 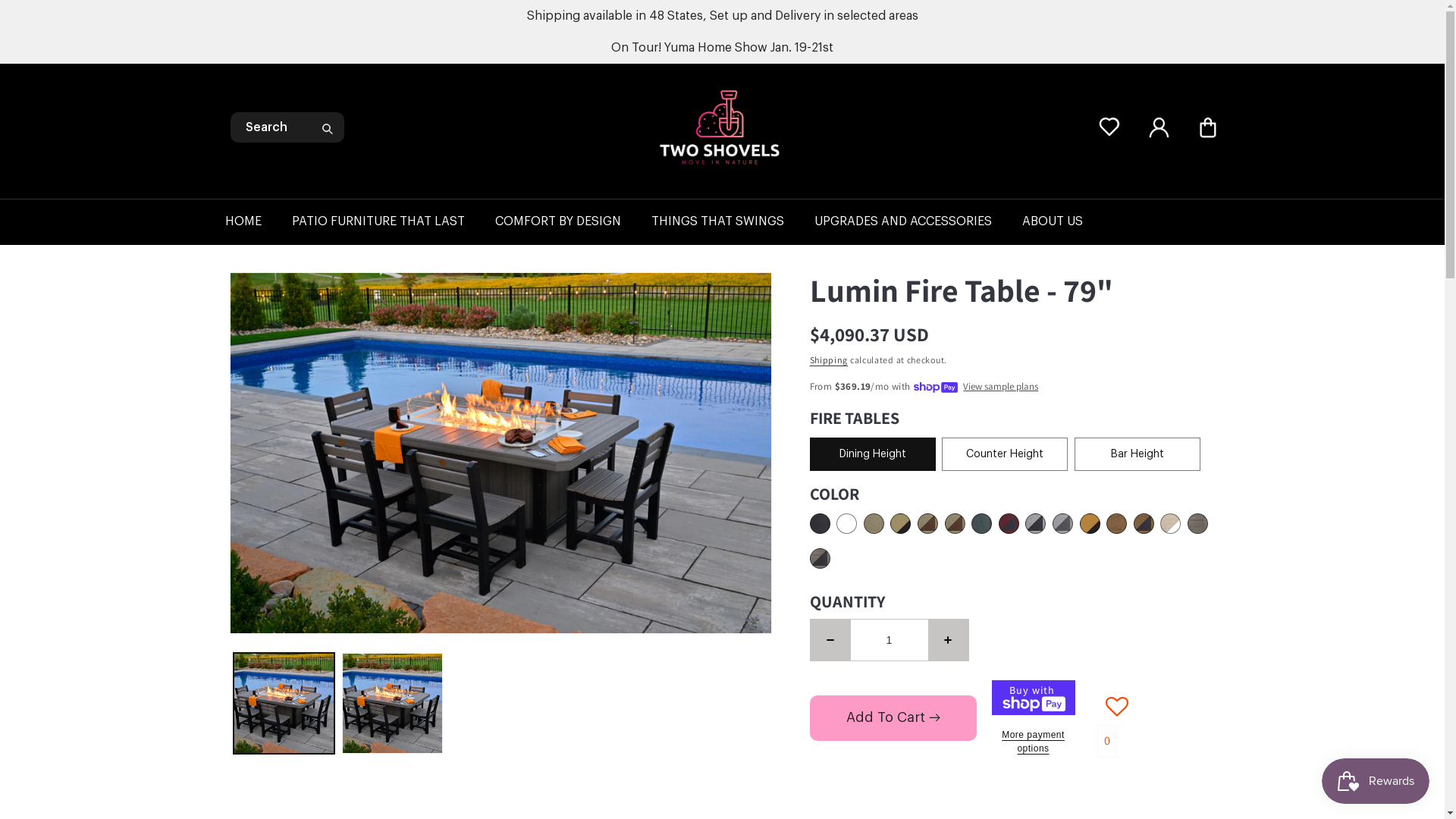 What do you see at coordinates (494, 221) in the screenshot?
I see `'COMFORT BY DESIGN'` at bounding box center [494, 221].